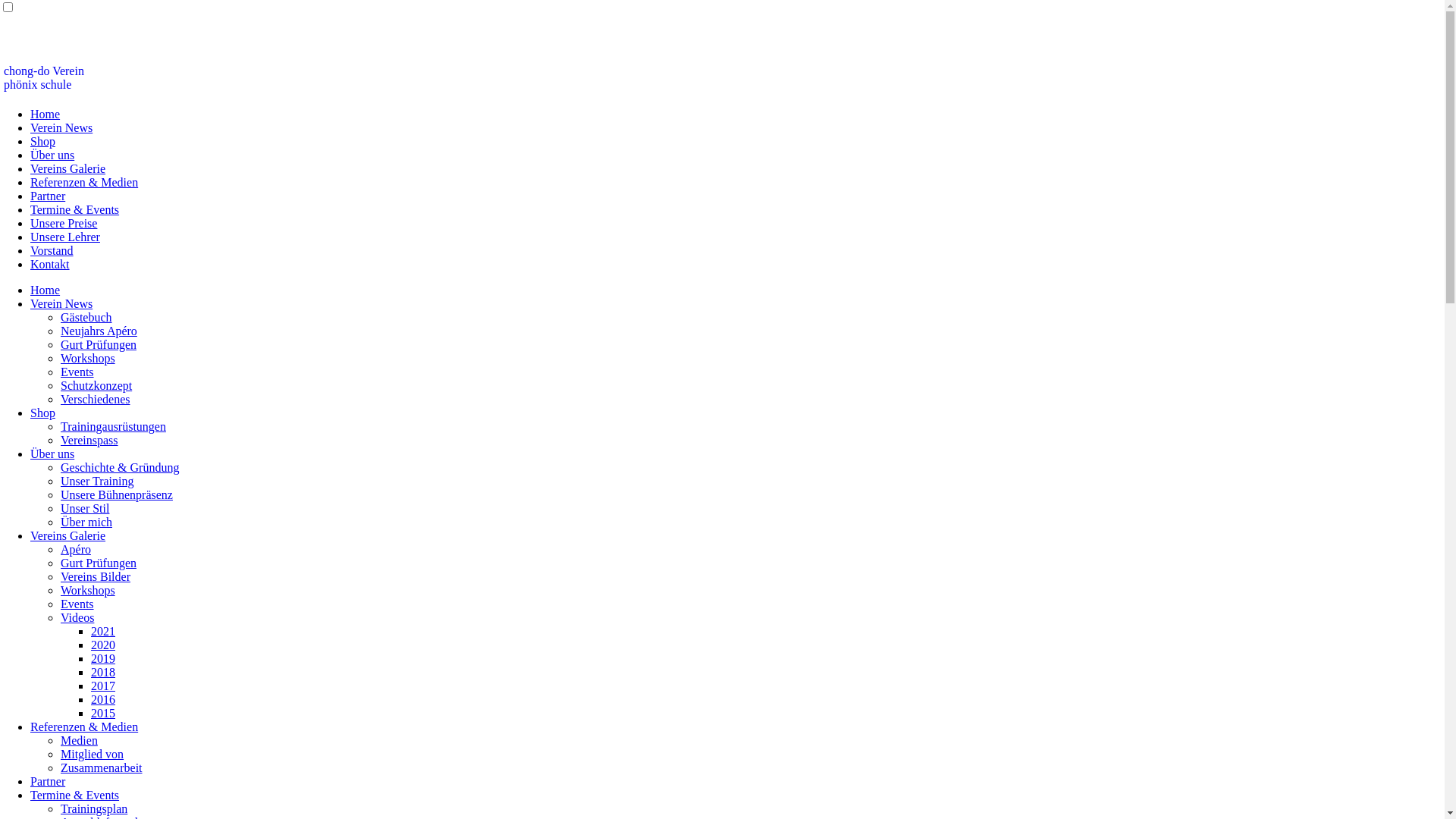  I want to click on 'Zusammenarbeit', so click(101, 767).